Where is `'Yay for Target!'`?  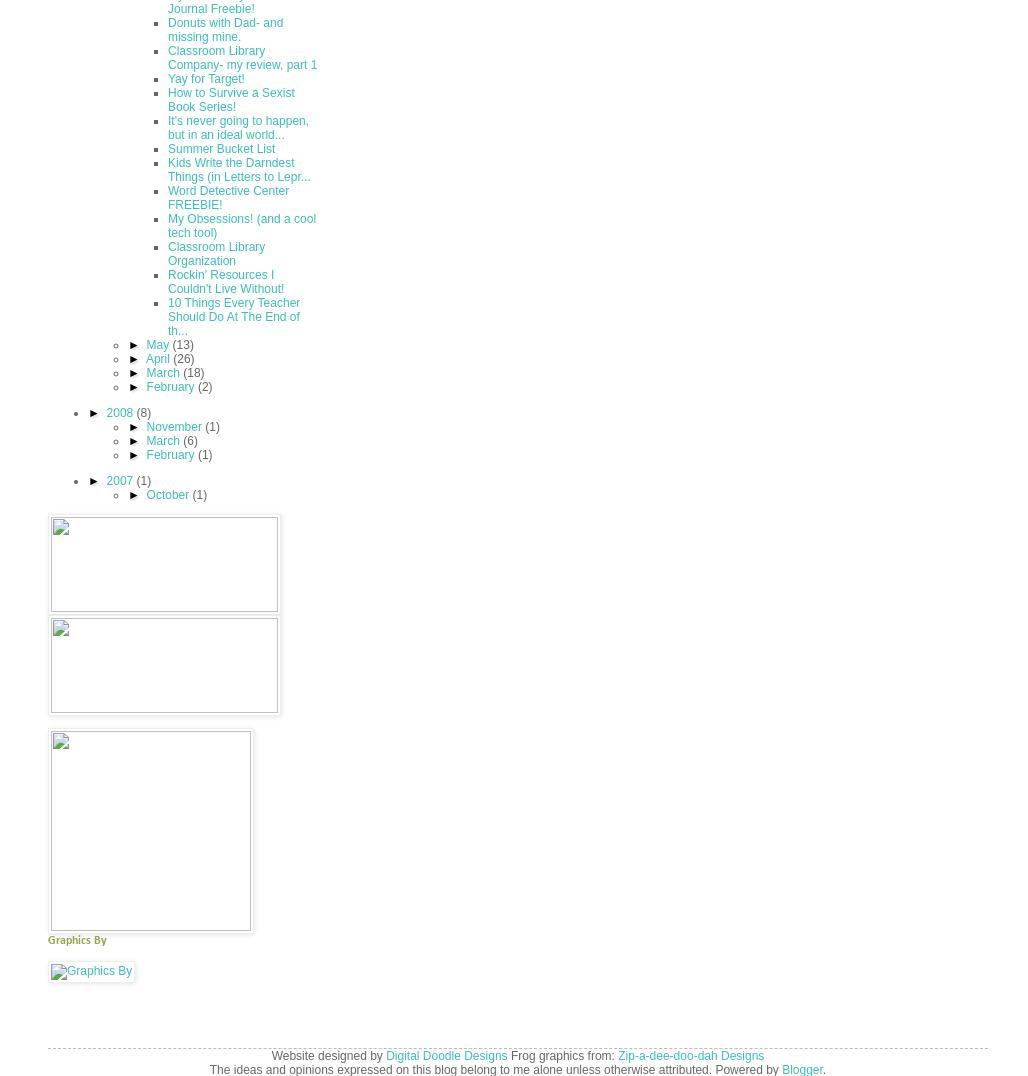 'Yay for Target!' is located at coordinates (205, 78).